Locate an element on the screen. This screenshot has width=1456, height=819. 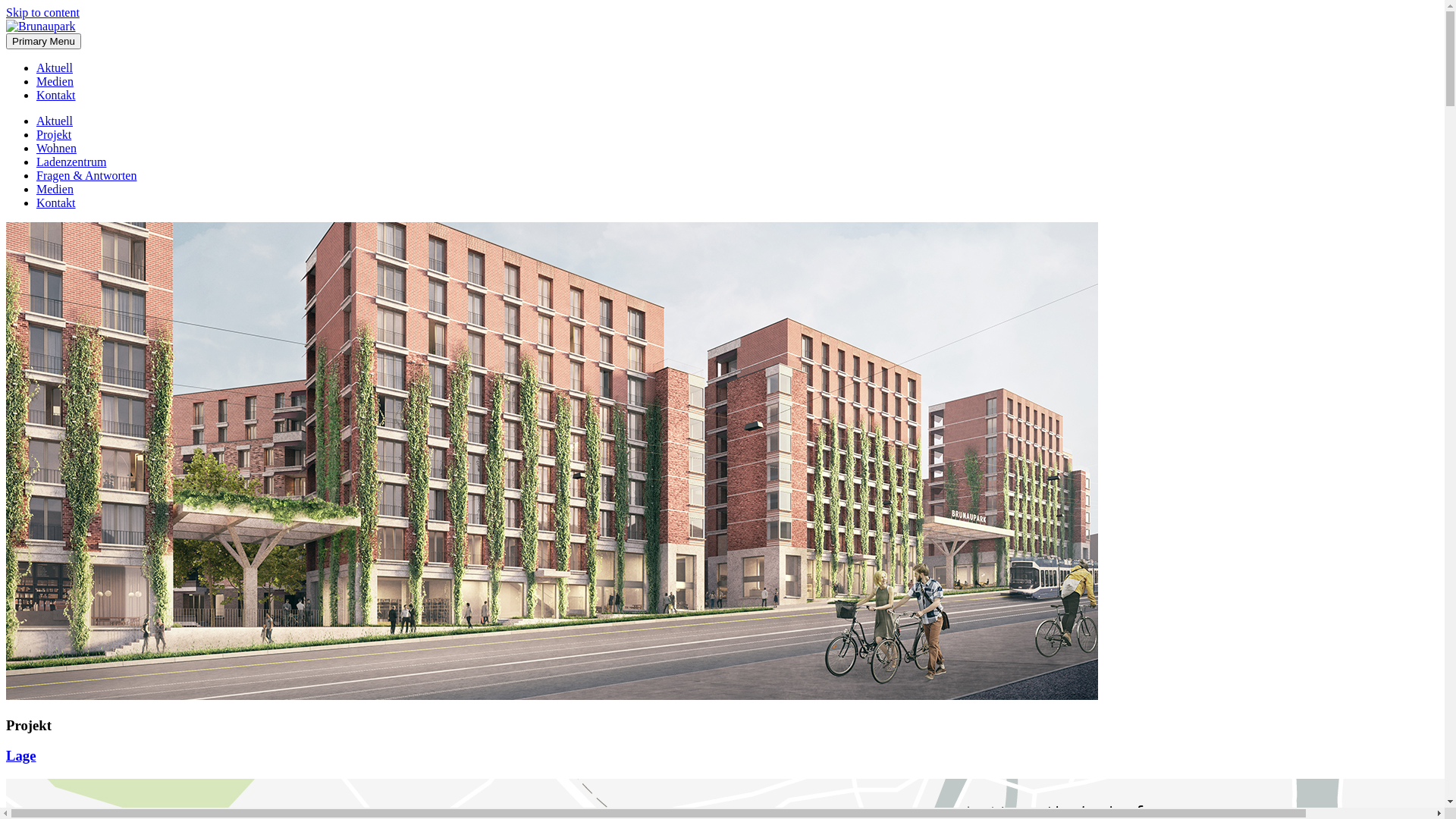
'Projekt' is located at coordinates (54, 133).